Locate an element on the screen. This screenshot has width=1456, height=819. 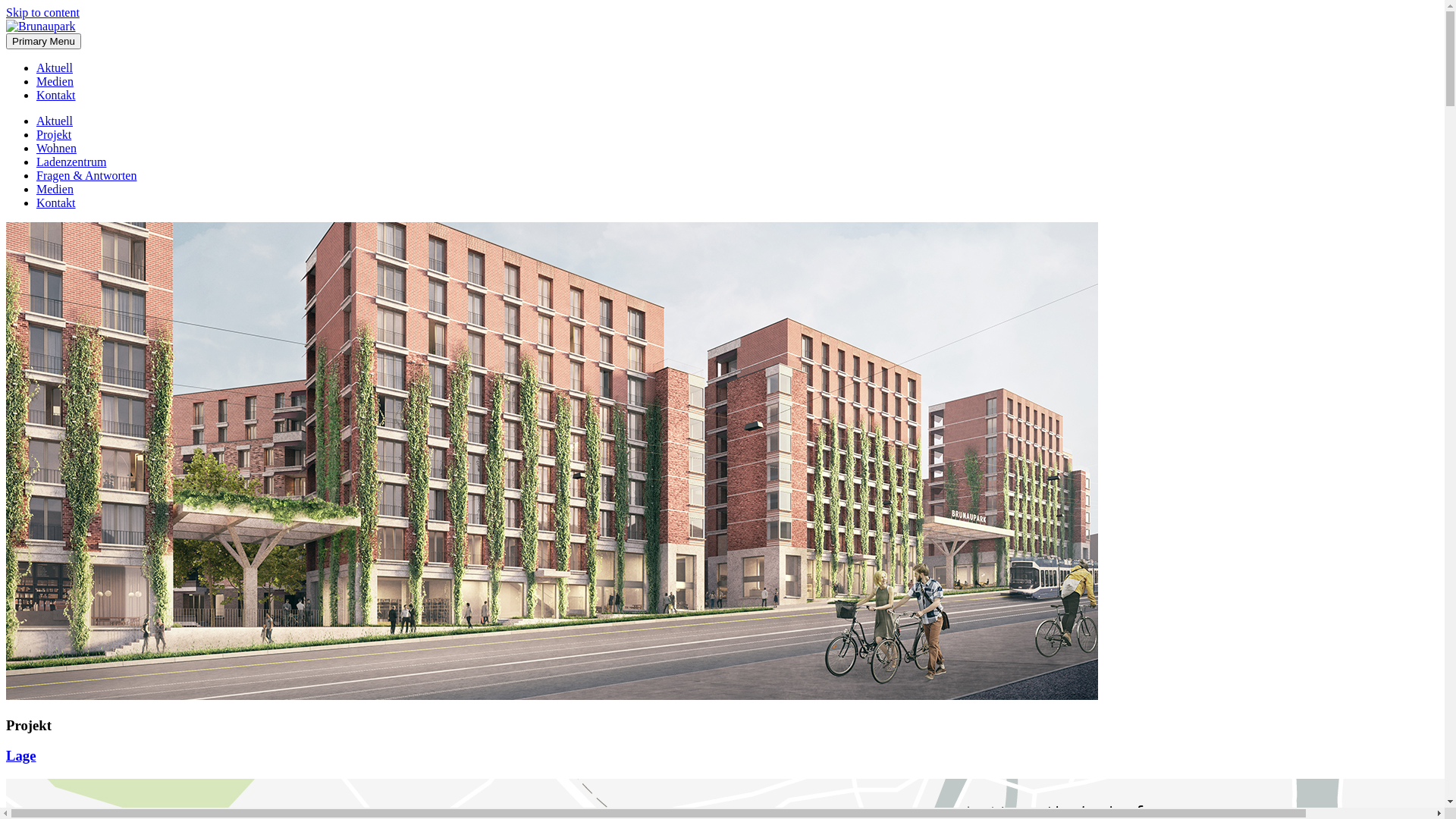
'Projekt' is located at coordinates (54, 133).